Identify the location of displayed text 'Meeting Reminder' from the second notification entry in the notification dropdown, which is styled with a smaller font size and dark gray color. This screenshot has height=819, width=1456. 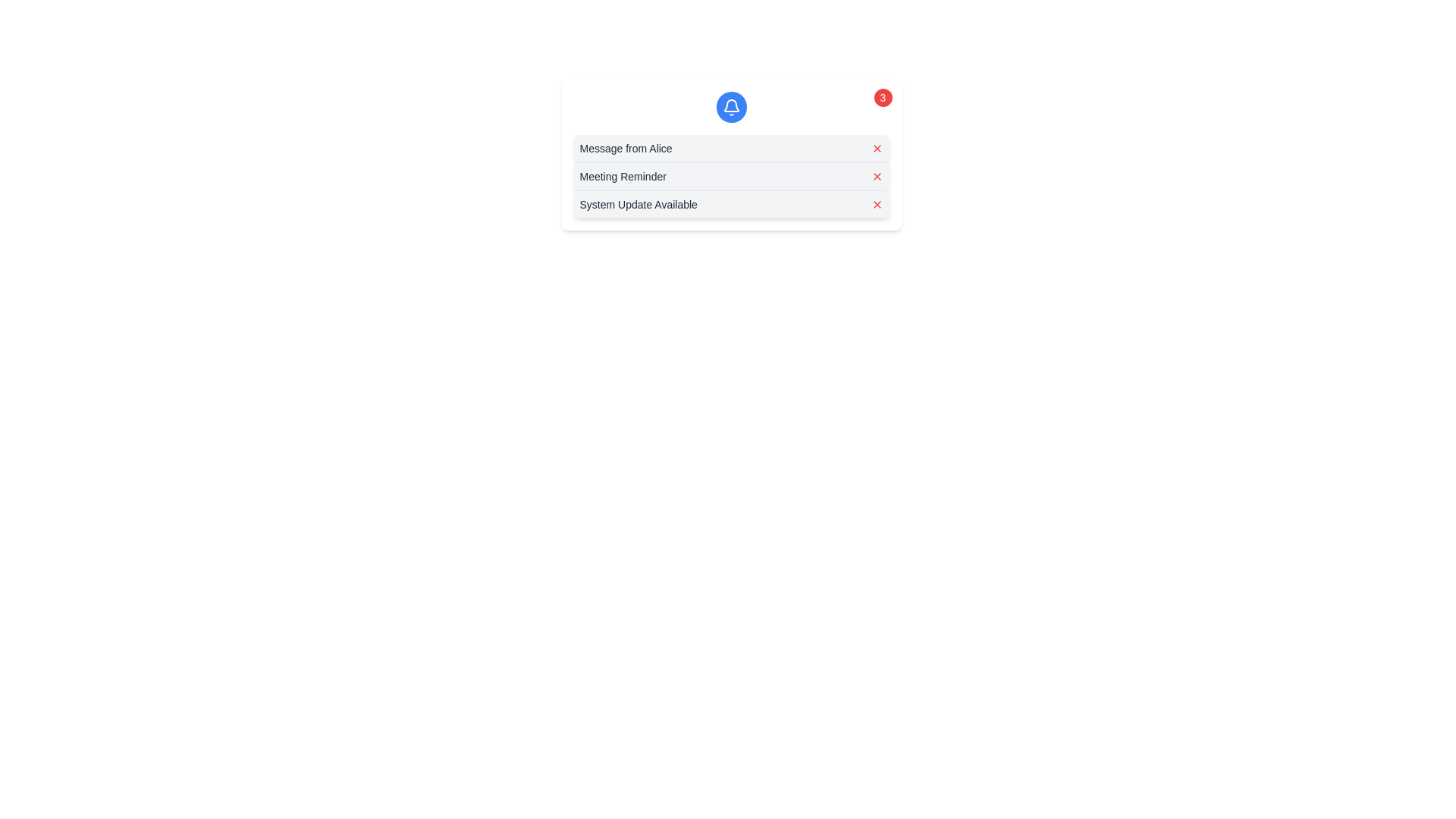
(623, 175).